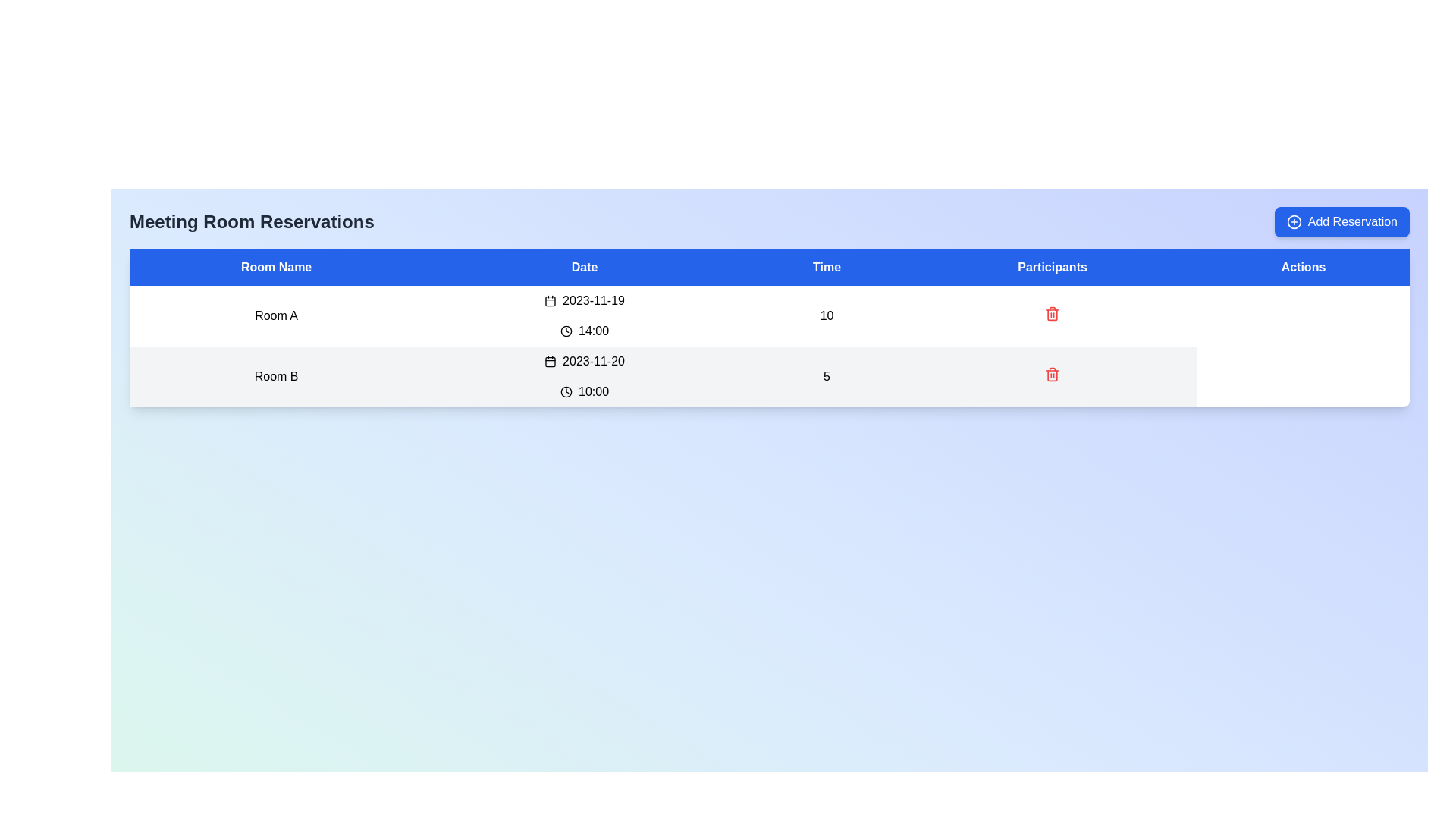 The width and height of the screenshot is (1456, 819). I want to click on the calendar icon element in the 'Date' column of the second row, which visually indicates the date selection functionality, so click(550, 362).